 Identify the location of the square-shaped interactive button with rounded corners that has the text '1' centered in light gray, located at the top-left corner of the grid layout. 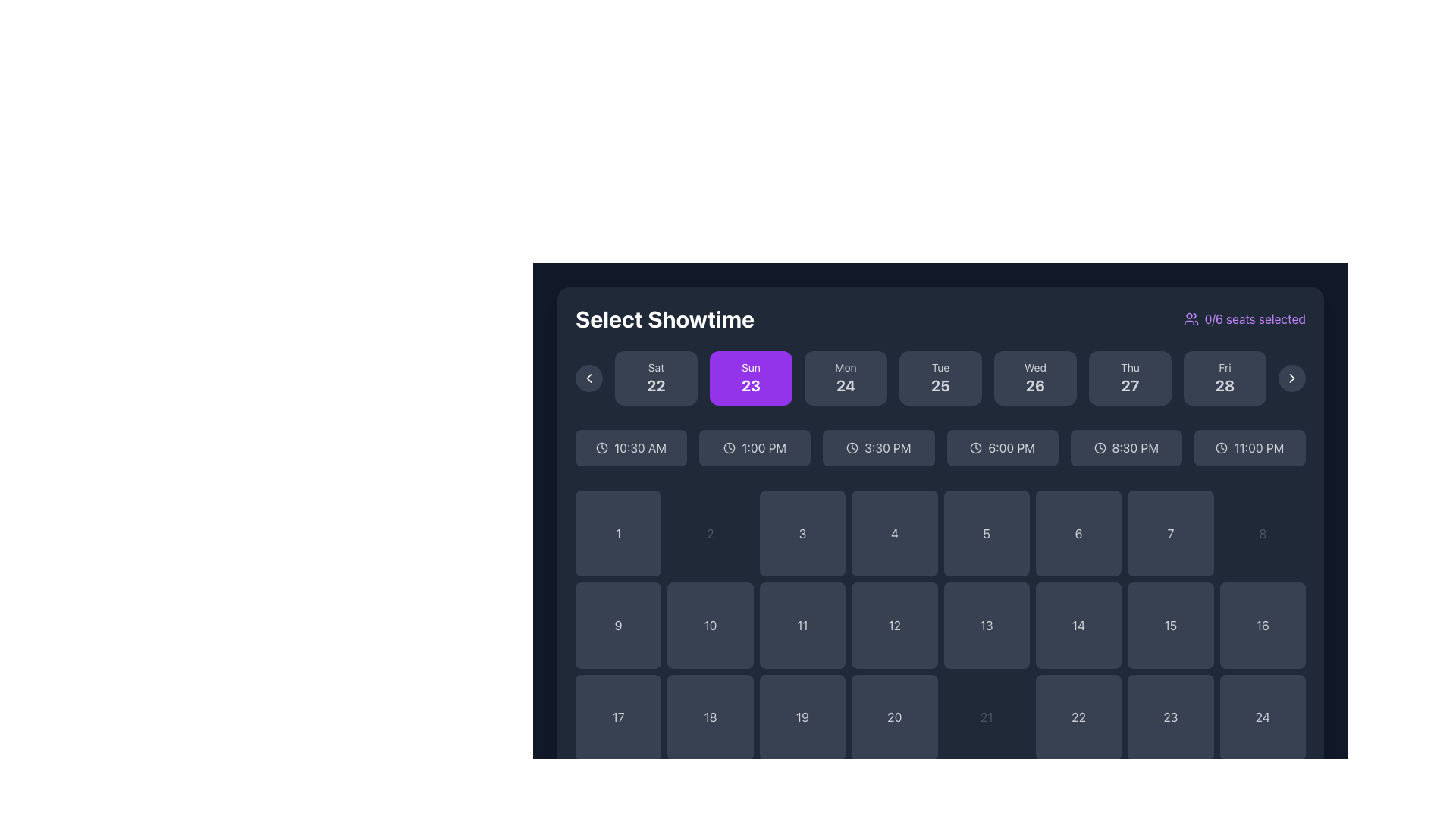
(618, 532).